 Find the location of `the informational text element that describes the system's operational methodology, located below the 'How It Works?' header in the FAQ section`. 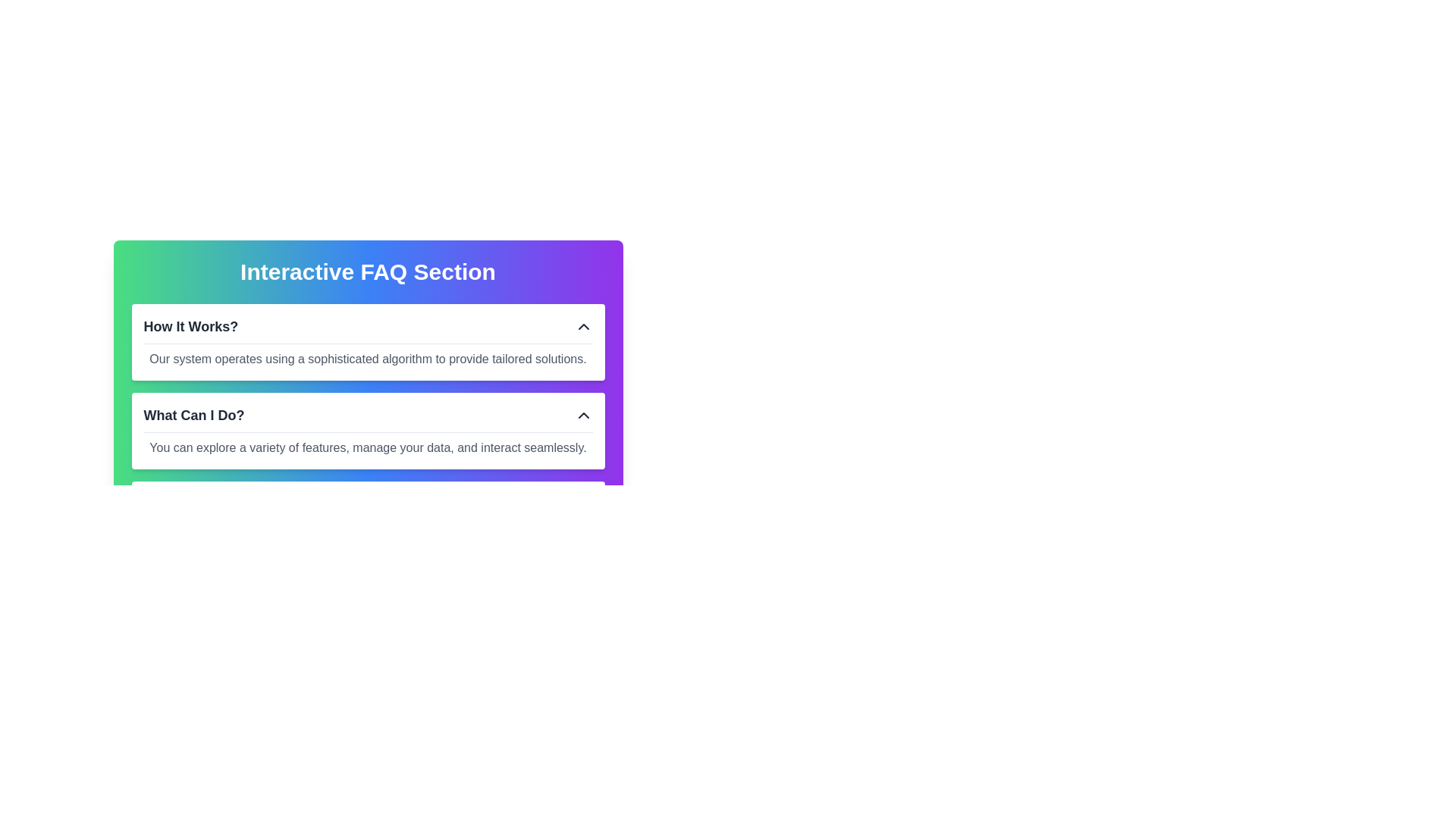

the informational text element that describes the system's operational methodology, located below the 'How It Works?' header in the FAQ section is located at coordinates (368, 356).